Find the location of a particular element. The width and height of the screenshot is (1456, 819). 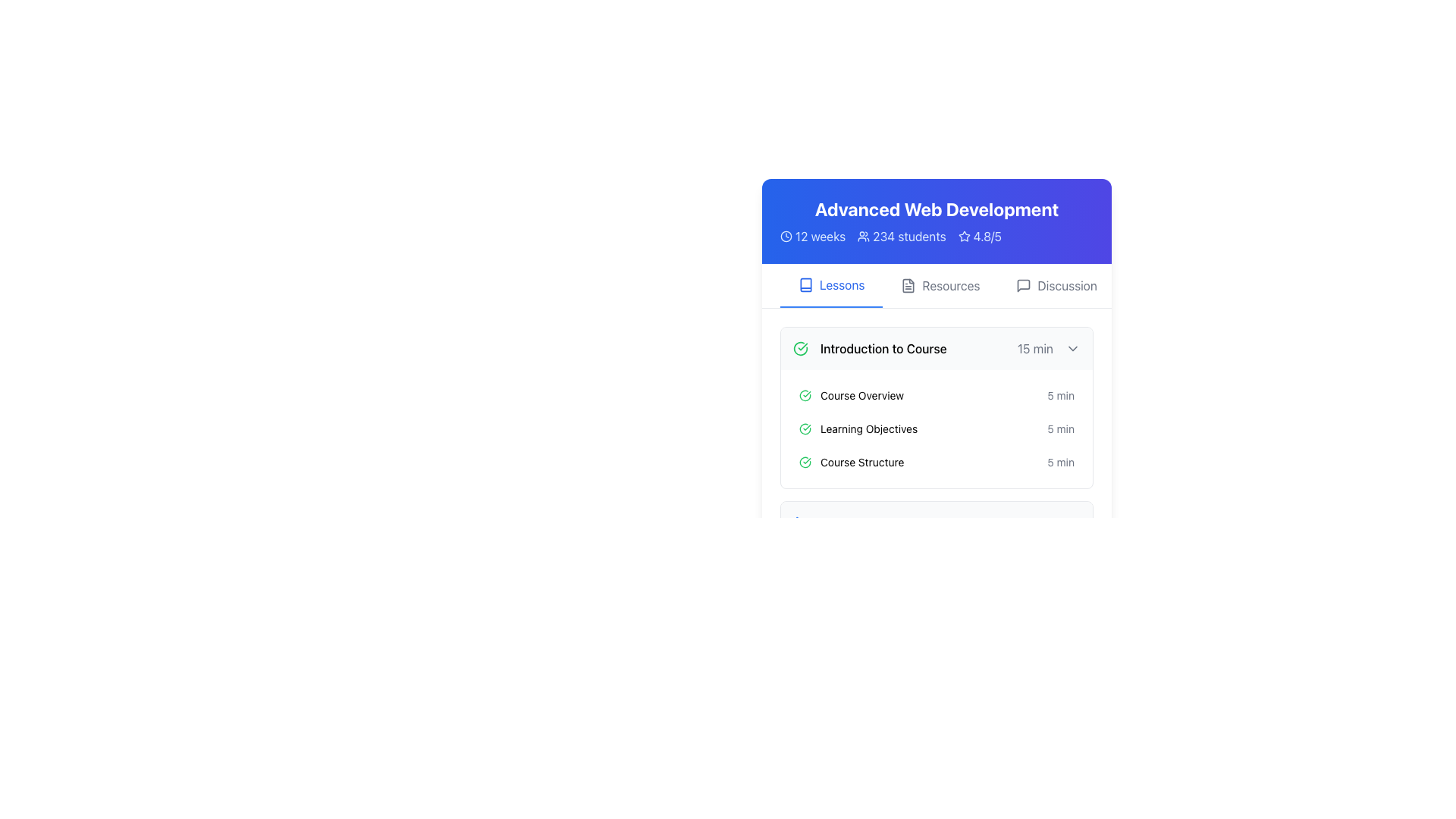

the text label indicating a specific topic or section within the 'Introduction to Course' module, located to the right of a green checkmark icon and is the third item in the list is located at coordinates (862, 461).